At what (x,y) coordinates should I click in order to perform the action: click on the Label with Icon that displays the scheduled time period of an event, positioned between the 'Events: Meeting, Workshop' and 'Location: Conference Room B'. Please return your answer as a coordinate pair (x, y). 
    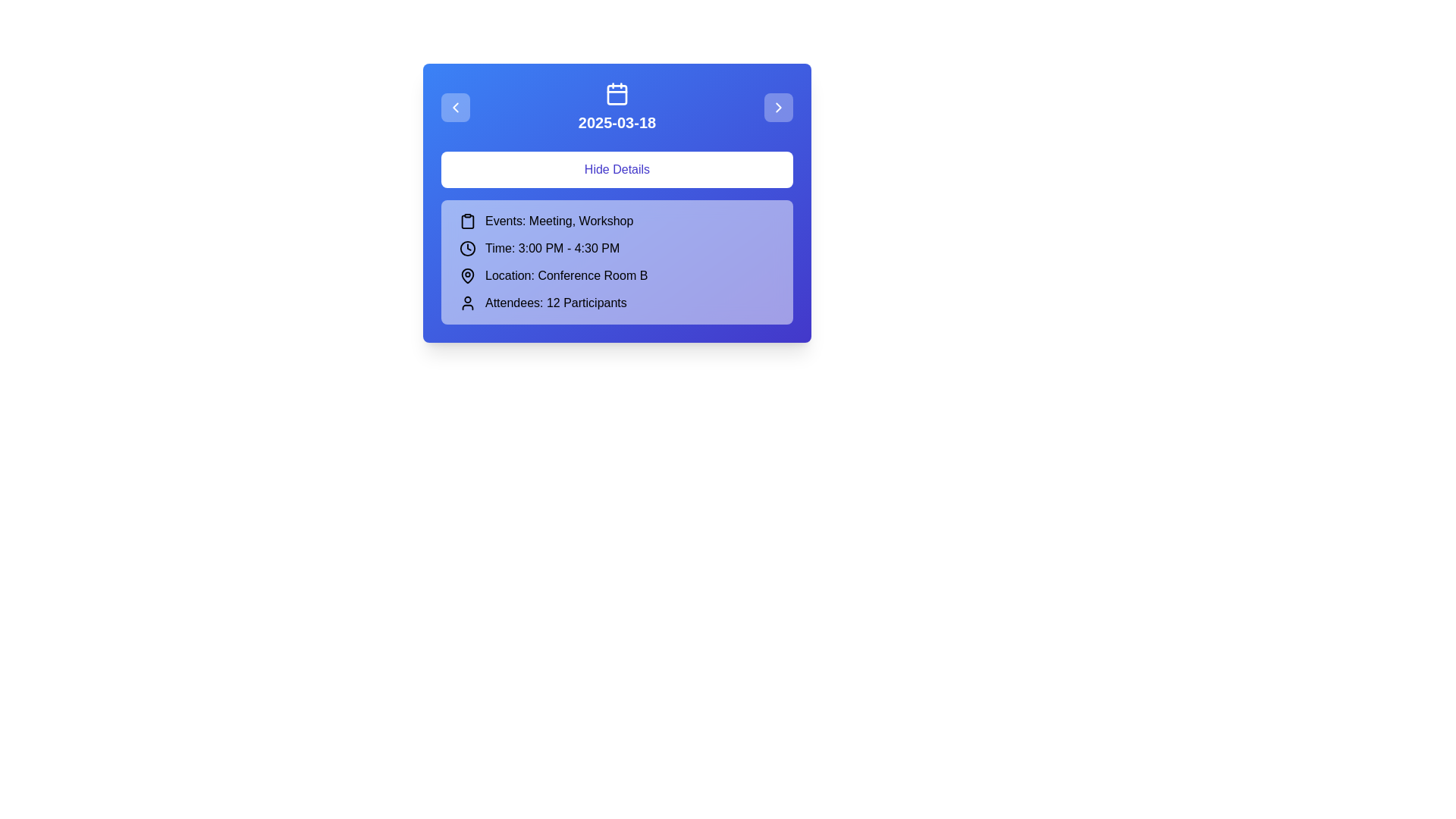
    Looking at the image, I should click on (617, 247).